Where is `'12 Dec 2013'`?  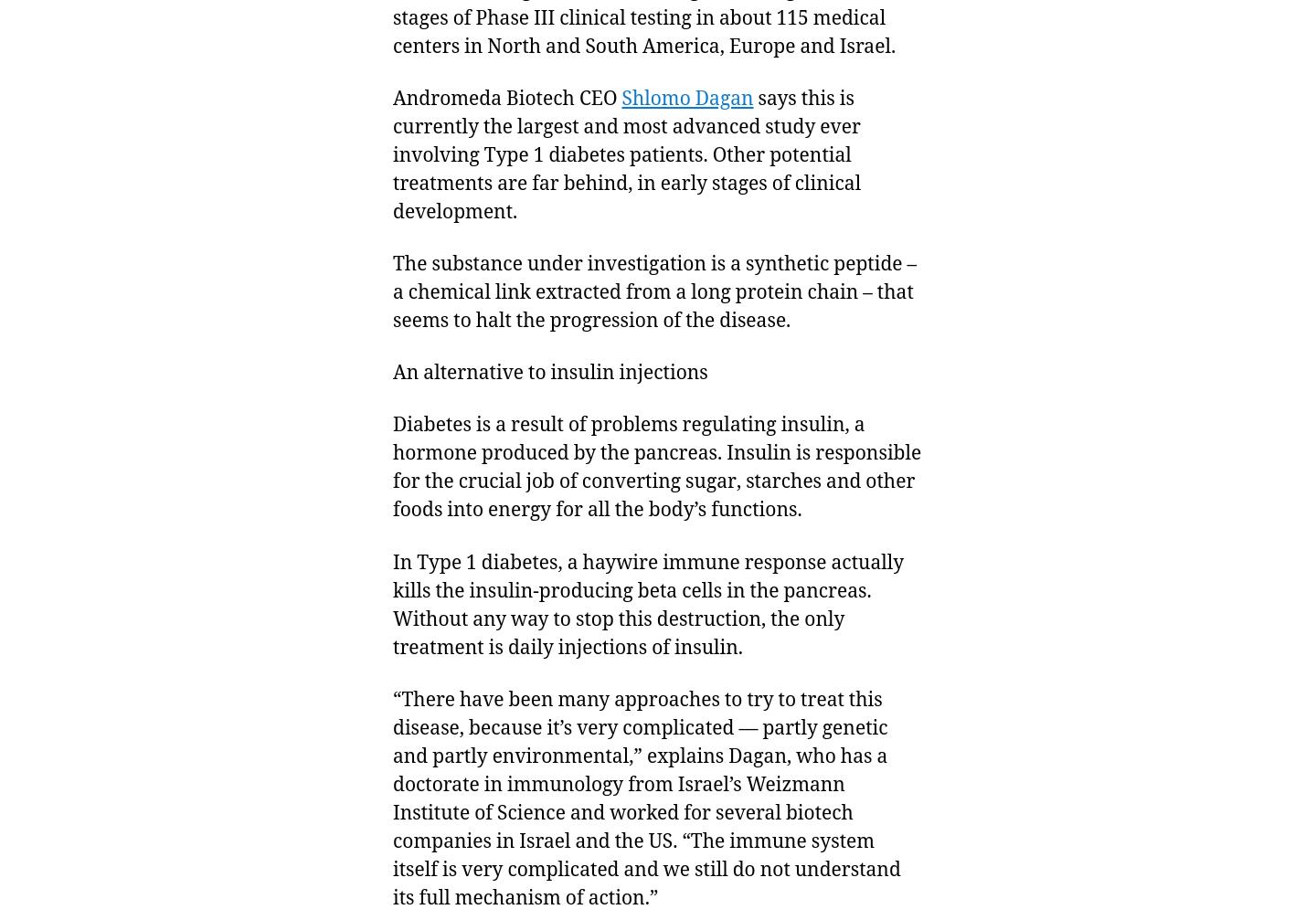
'12 Dec 2013' is located at coordinates (788, 350).